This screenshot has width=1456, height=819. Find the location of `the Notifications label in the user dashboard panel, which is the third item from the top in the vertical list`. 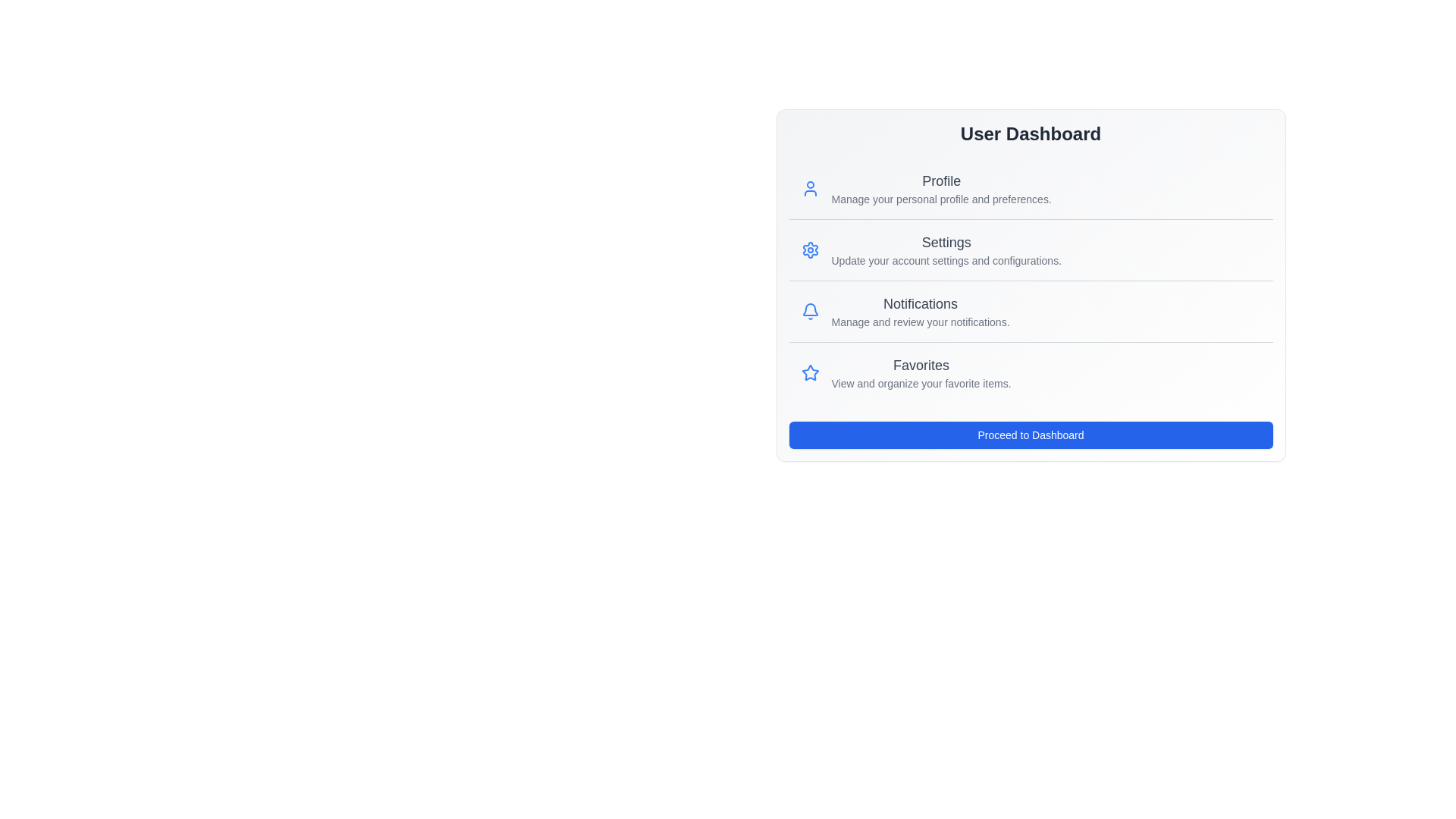

the Notifications label in the user dashboard panel, which is the third item from the top in the vertical list is located at coordinates (920, 311).